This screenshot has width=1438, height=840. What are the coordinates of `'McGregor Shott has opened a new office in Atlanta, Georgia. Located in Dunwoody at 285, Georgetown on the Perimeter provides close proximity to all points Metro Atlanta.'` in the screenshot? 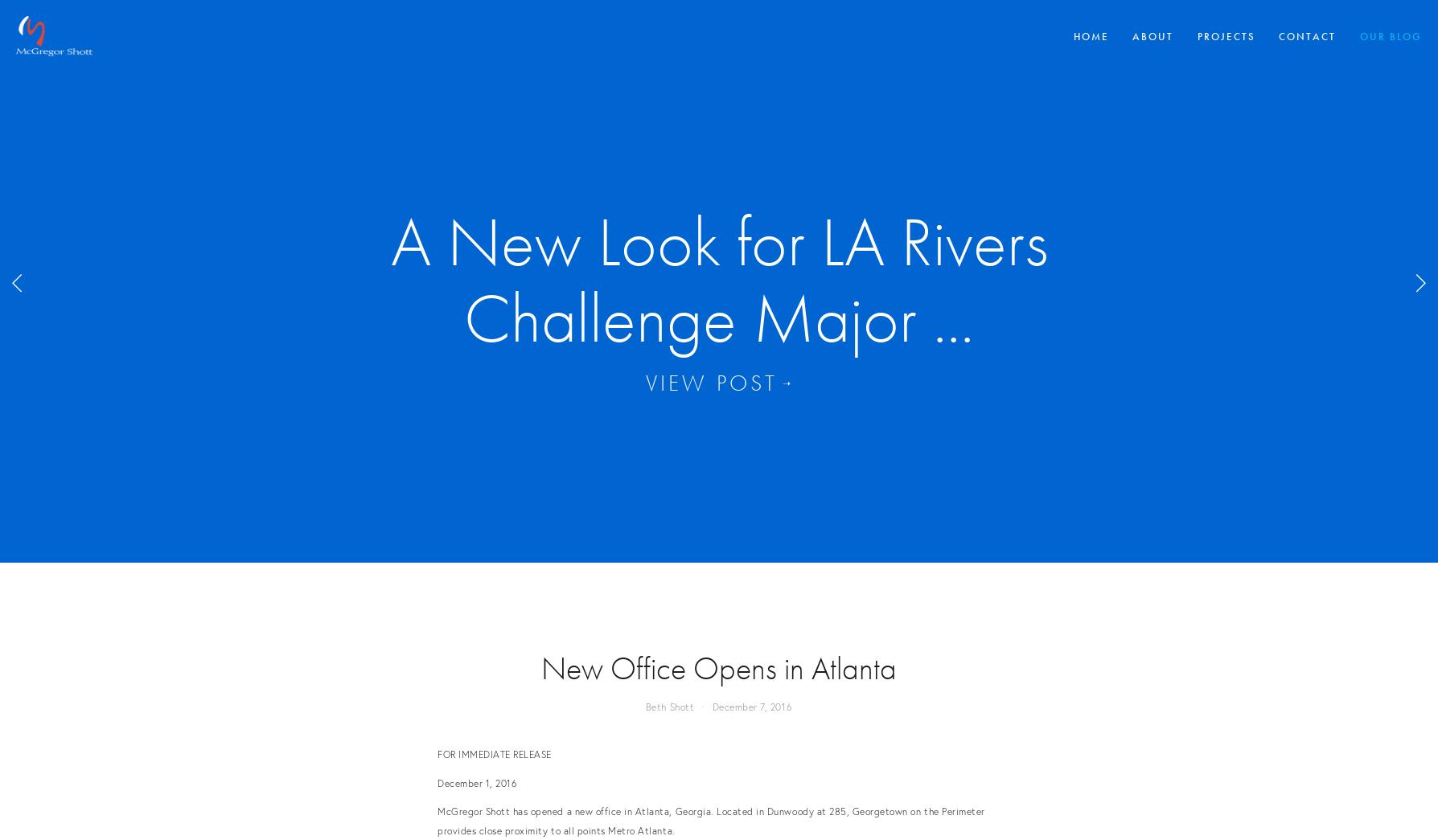 It's located at (709, 820).